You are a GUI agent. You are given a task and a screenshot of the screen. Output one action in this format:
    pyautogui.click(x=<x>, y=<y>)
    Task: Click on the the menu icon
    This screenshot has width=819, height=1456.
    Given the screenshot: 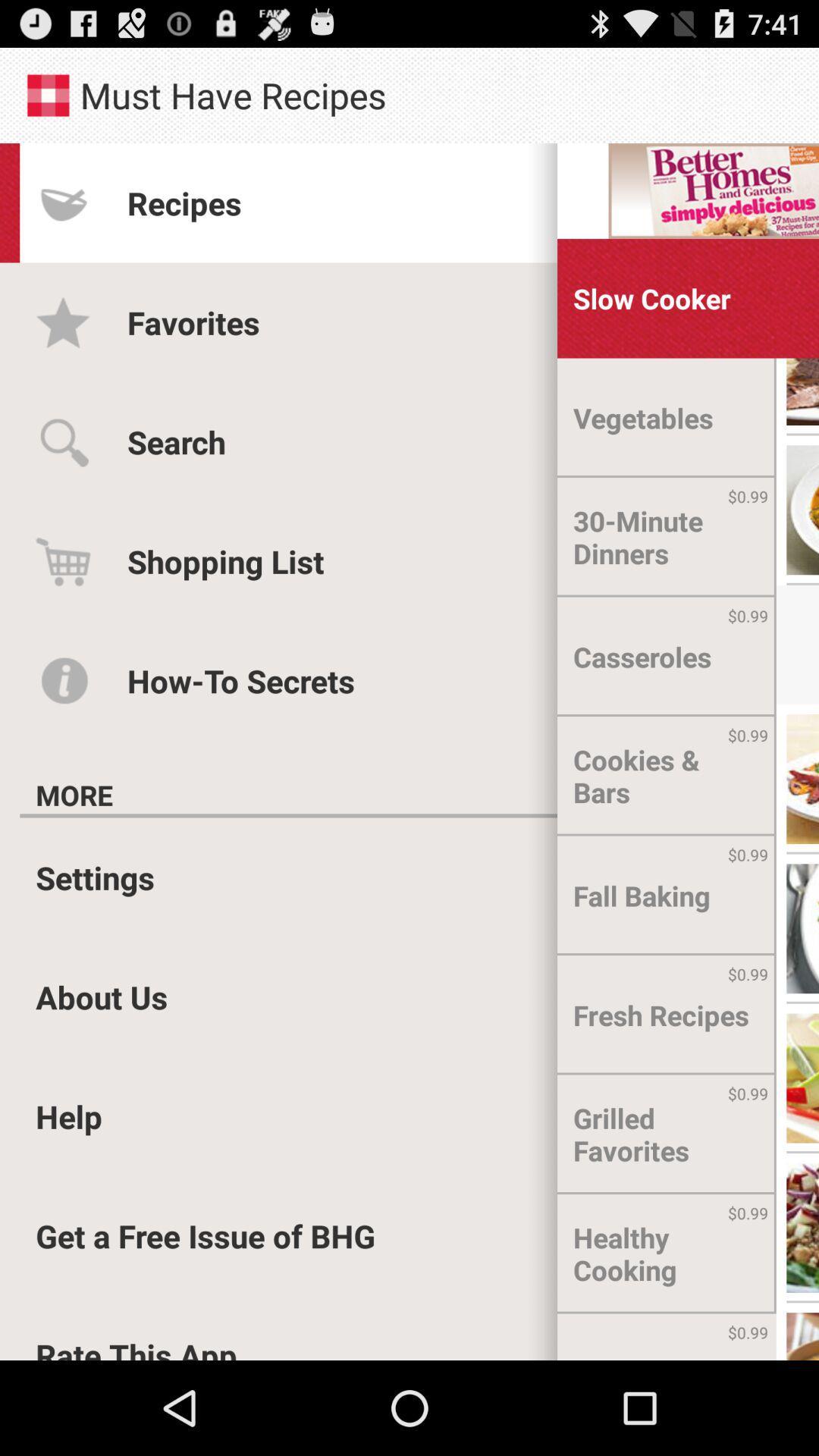 What is the action you would take?
    pyautogui.click(x=796, y=386)
    